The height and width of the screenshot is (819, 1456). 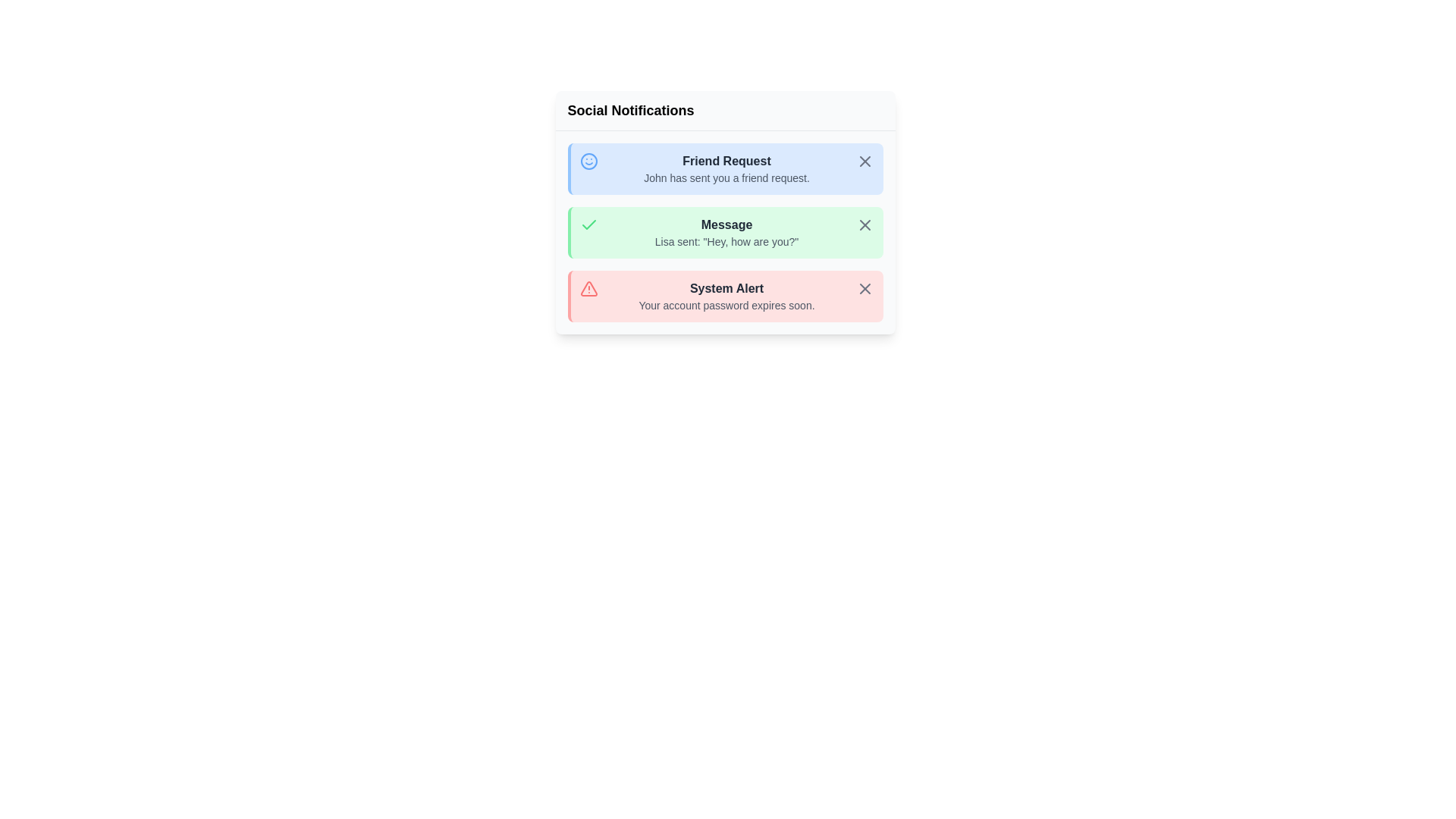 What do you see at coordinates (864, 161) in the screenshot?
I see `the 'Close' button in the top-right corner of the 'Friend Request' notification panel` at bounding box center [864, 161].